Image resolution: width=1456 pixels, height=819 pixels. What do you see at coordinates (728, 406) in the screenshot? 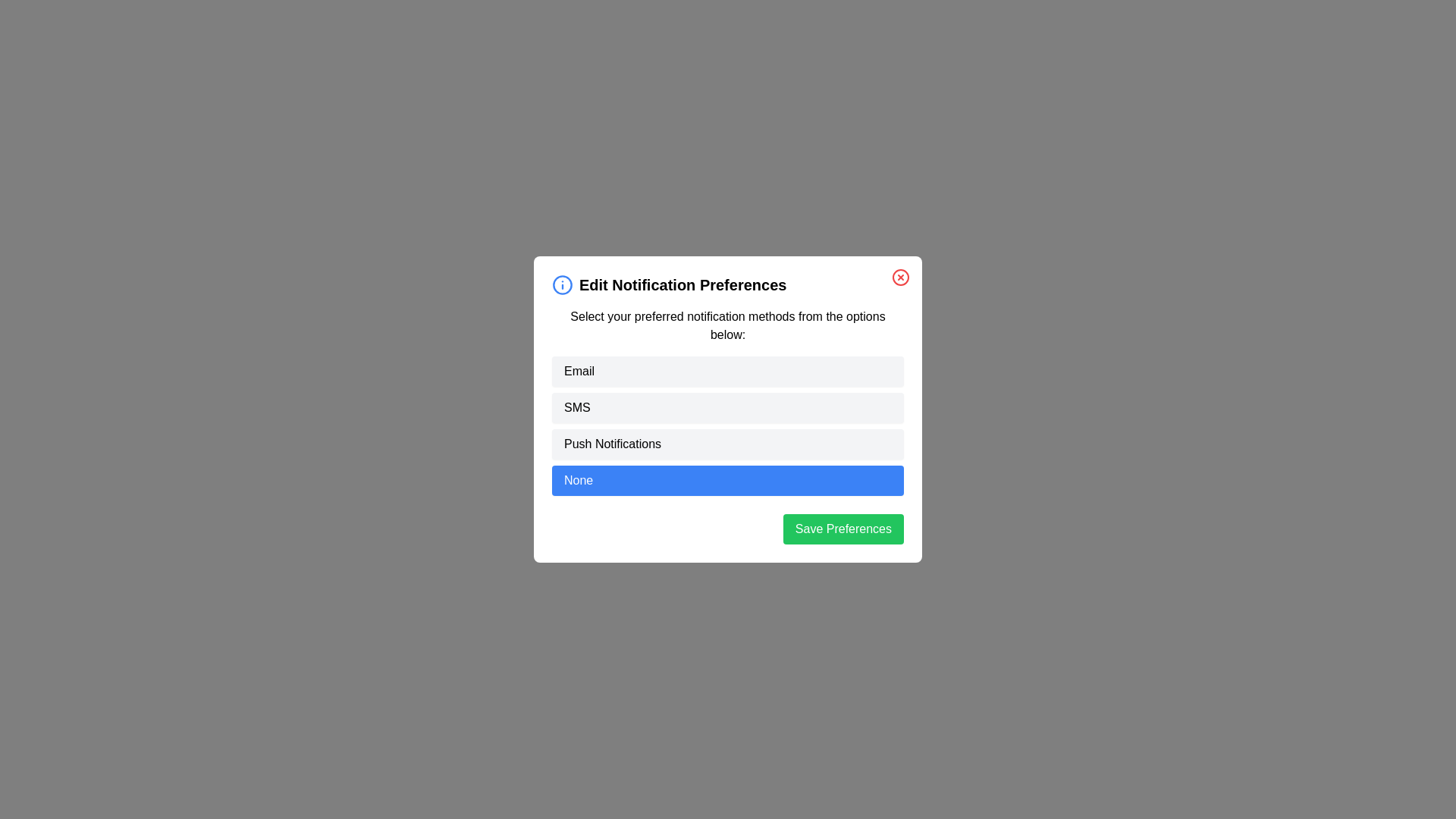
I see `the option SMS from the list by clicking on it` at bounding box center [728, 406].